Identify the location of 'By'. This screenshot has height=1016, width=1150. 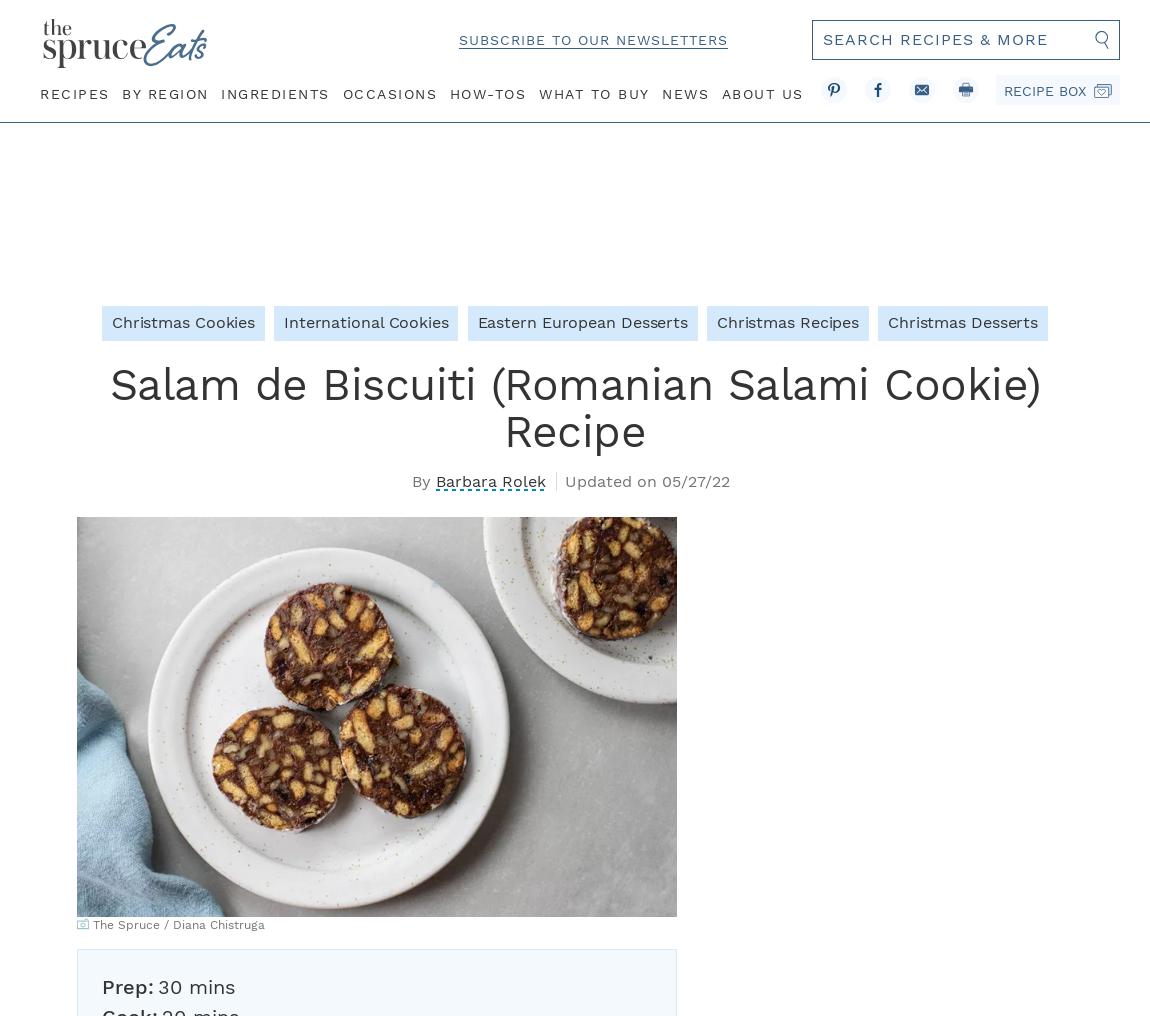
(412, 480).